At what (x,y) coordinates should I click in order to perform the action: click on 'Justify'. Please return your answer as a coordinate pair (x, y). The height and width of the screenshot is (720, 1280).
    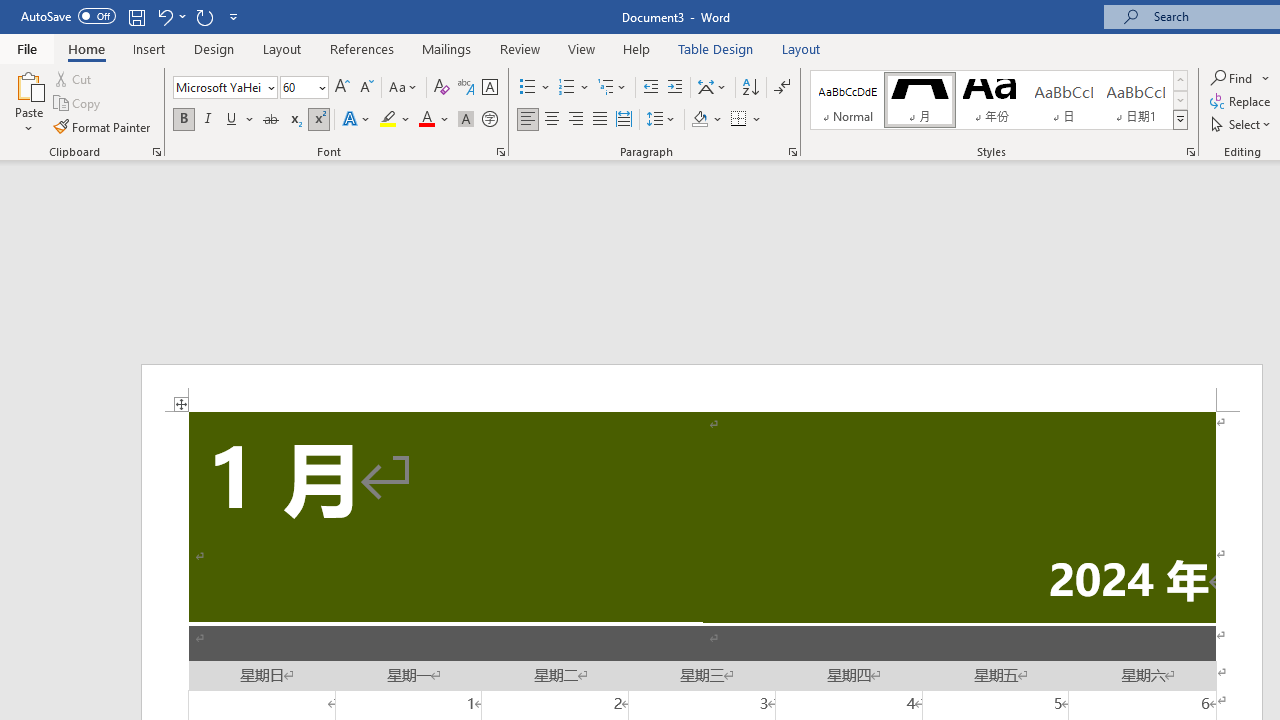
    Looking at the image, I should click on (598, 119).